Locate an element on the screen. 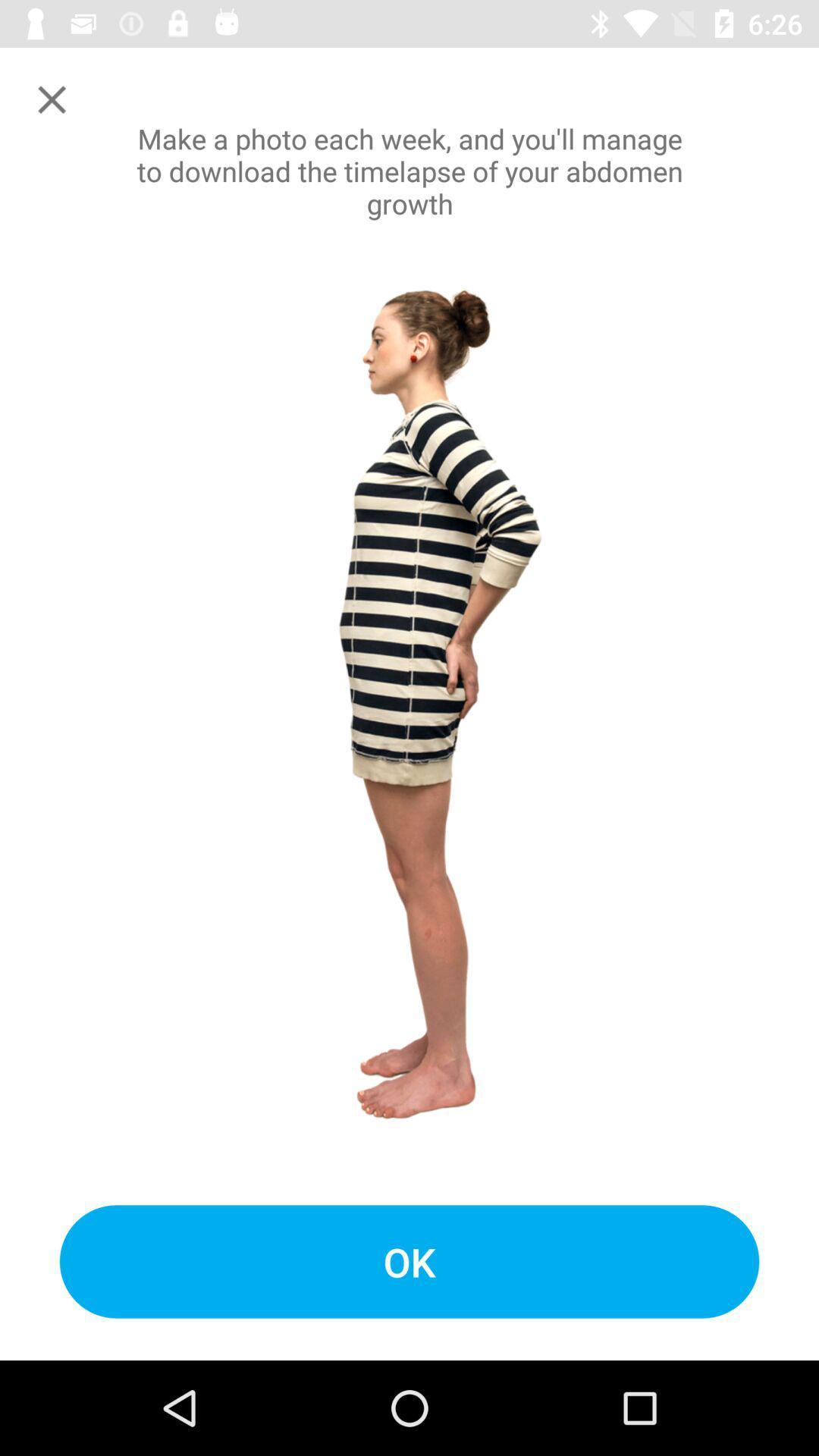  exit button is located at coordinates (51, 99).